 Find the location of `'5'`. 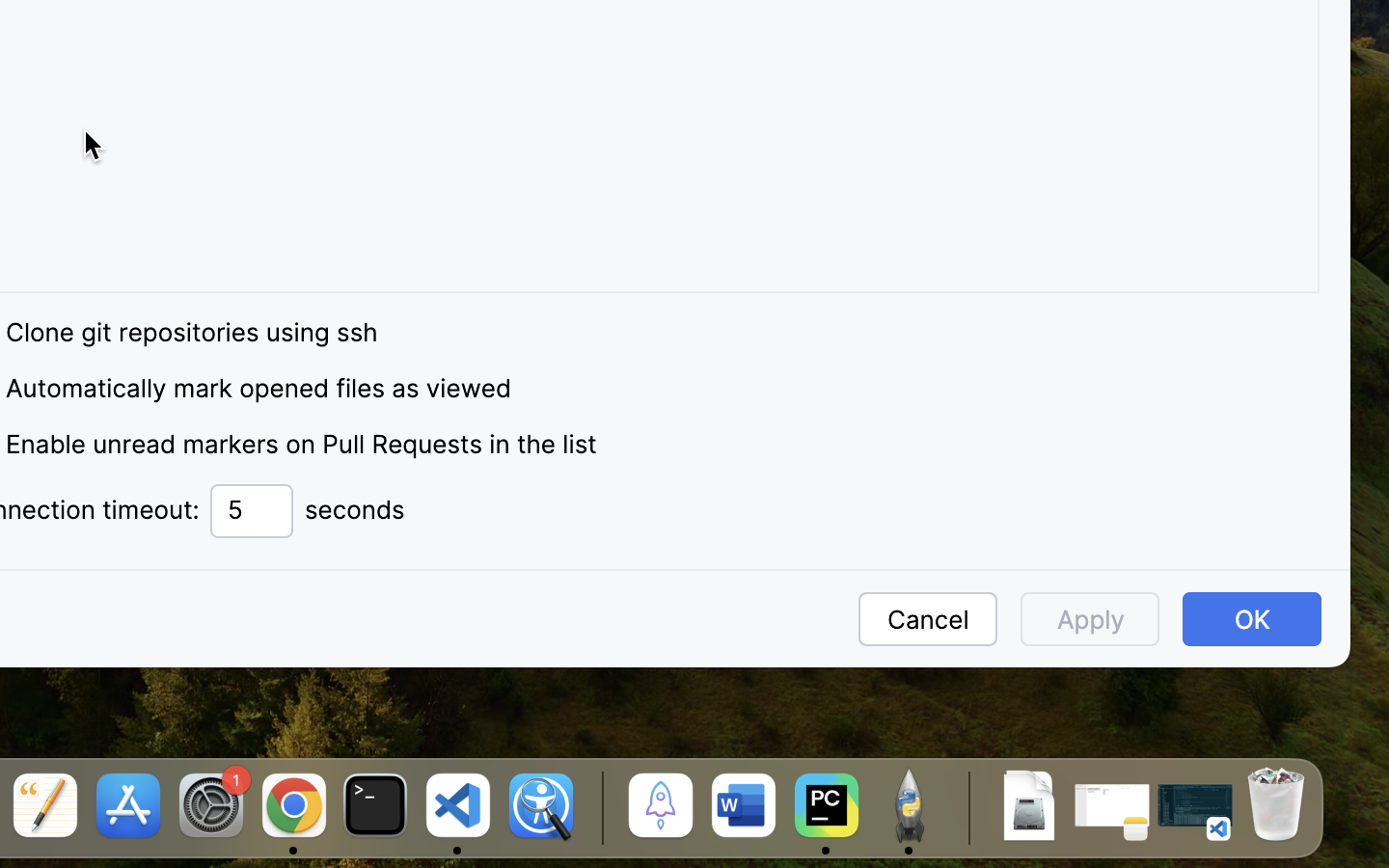

'5' is located at coordinates (251, 510).